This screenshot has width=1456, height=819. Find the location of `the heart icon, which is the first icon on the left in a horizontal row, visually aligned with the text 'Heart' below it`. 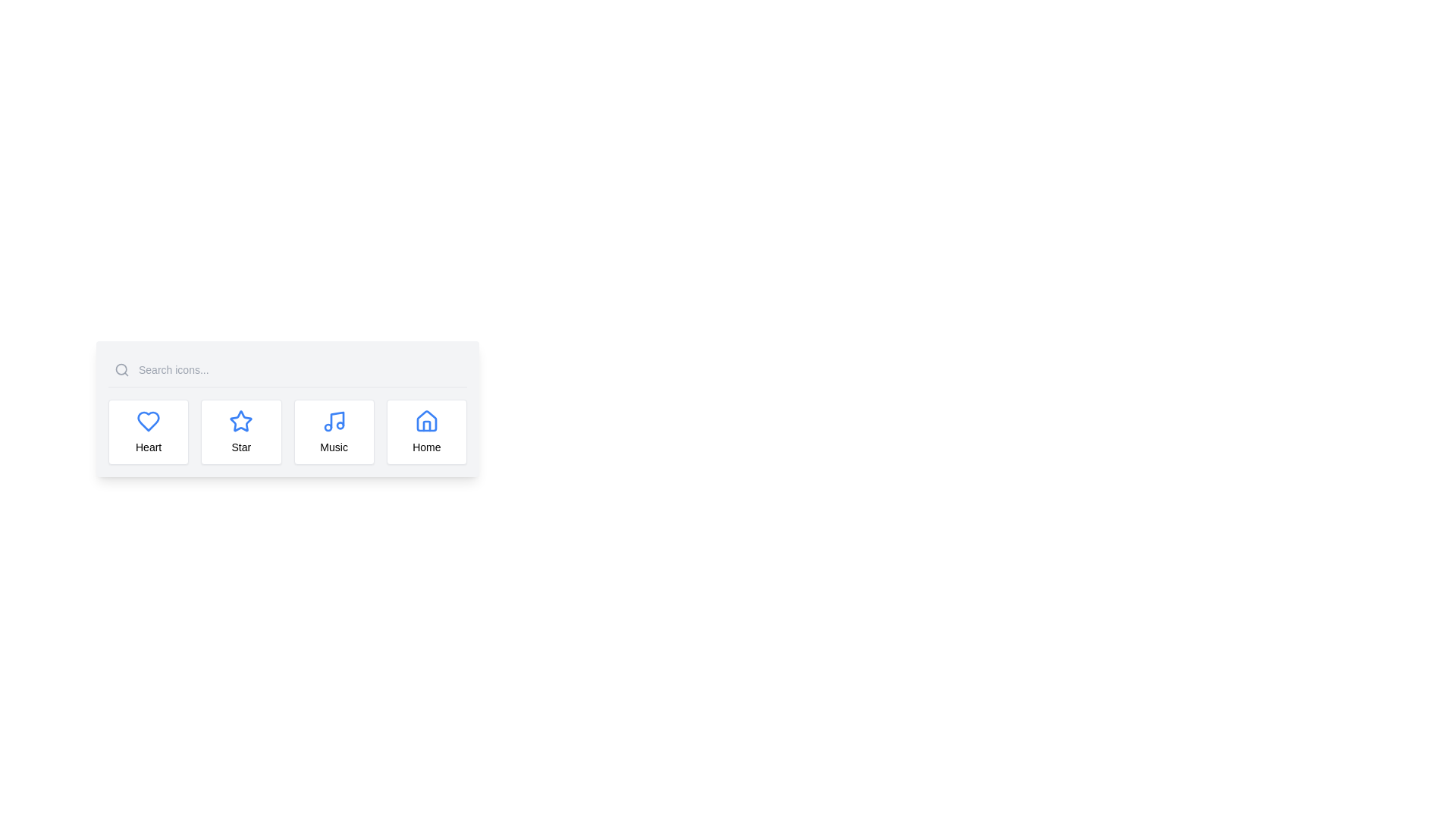

the heart icon, which is the first icon on the left in a horizontal row, visually aligned with the text 'Heart' below it is located at coordinates (149, 421).